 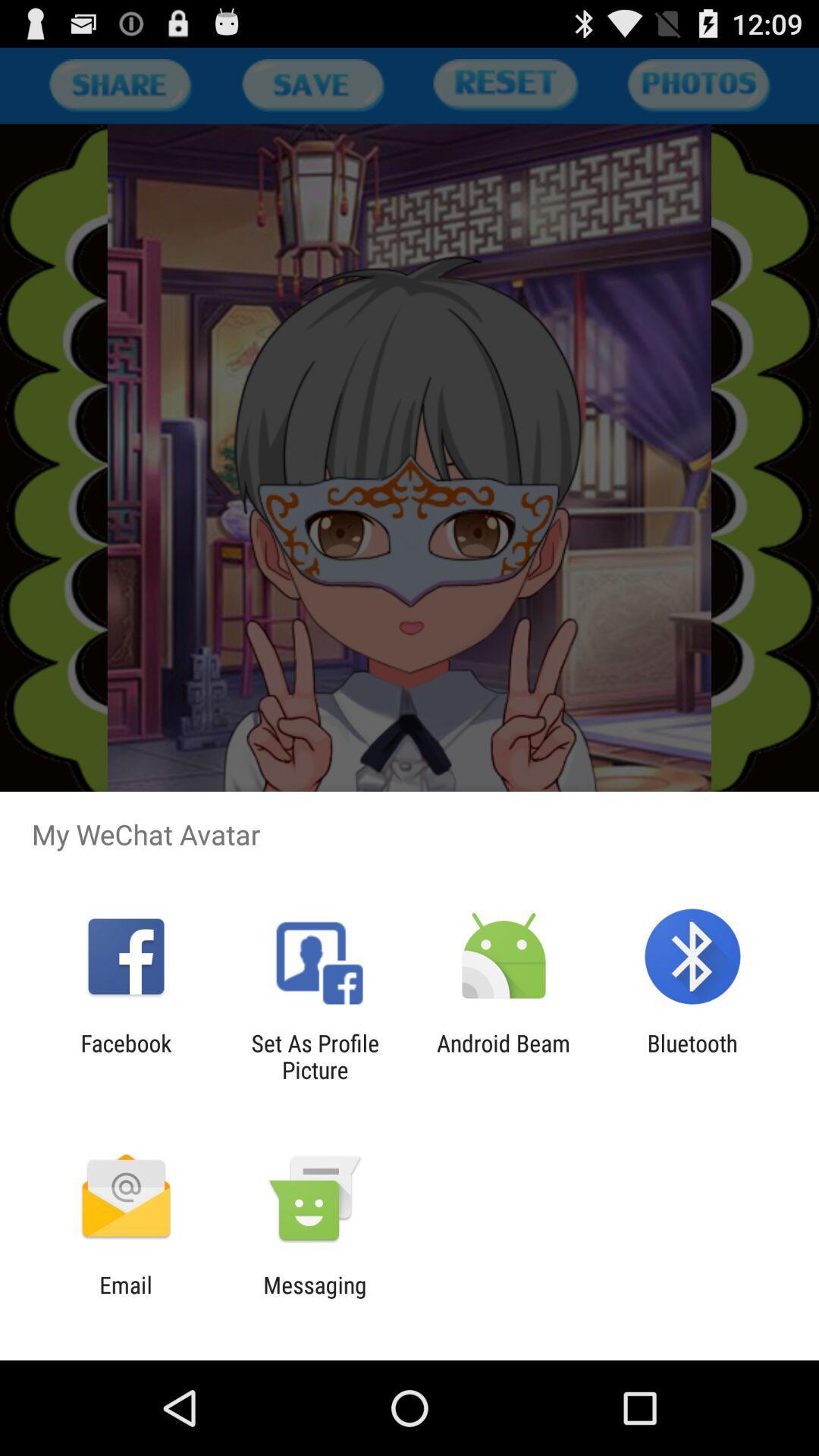 What do you see at coordinates (504, 1056) in the screenshot?
I see `item next to set as profile item` at bounding box center [504, 1056].